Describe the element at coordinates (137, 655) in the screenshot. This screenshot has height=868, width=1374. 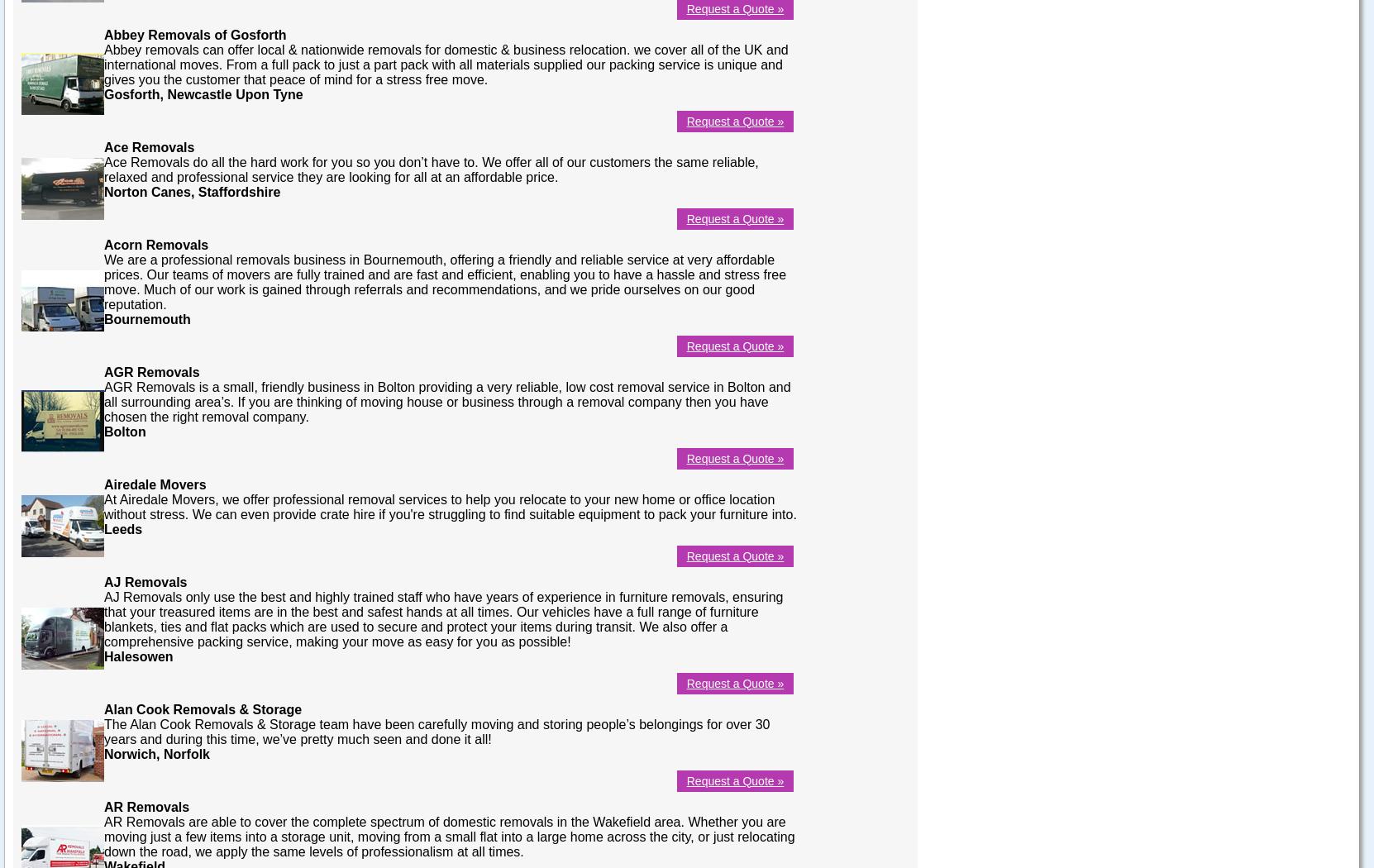
I see `'Halesowen'` at that location.